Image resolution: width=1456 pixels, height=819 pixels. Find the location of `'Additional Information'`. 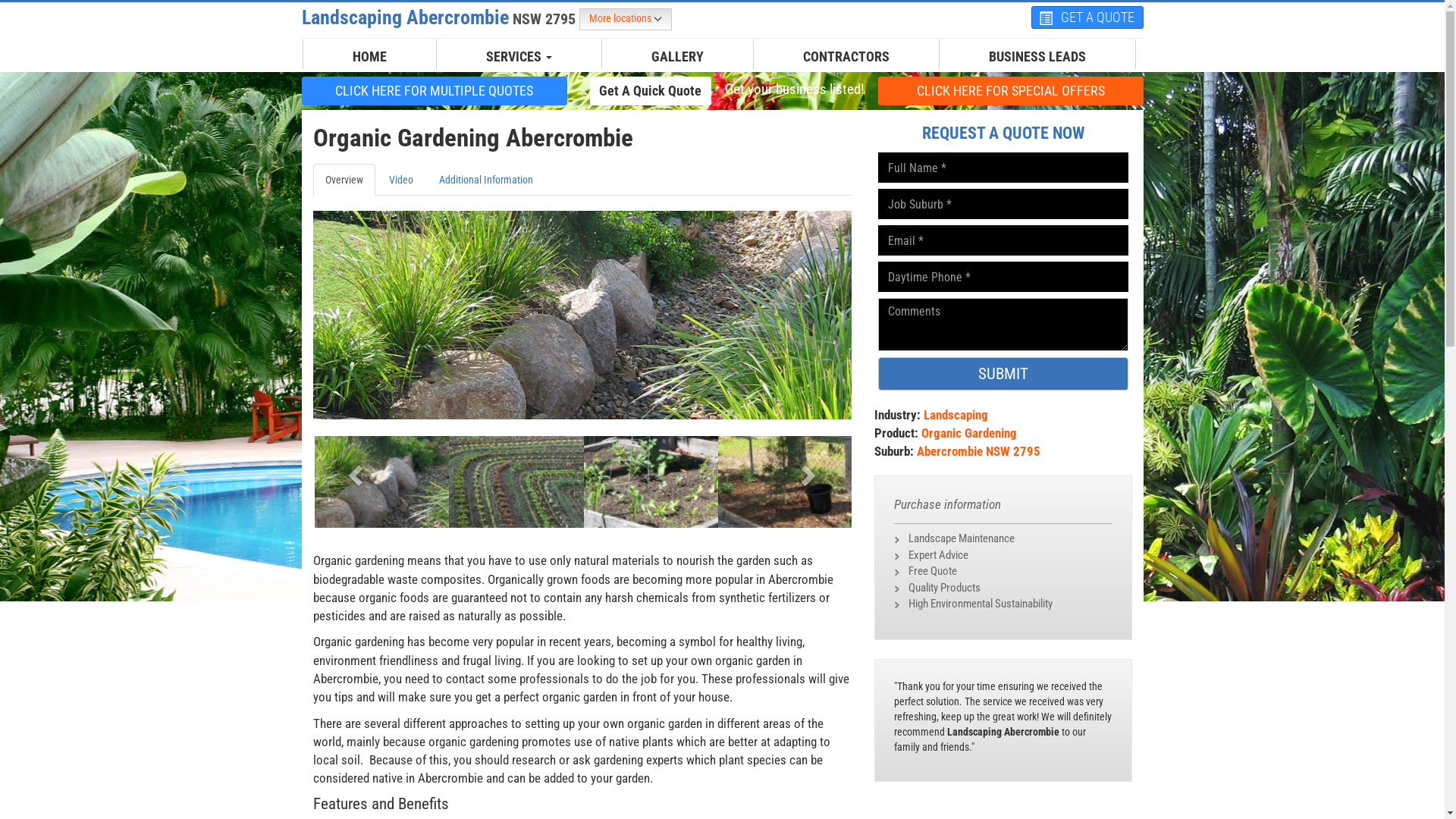

'Additional Information' is located at coordinates (484, 178).